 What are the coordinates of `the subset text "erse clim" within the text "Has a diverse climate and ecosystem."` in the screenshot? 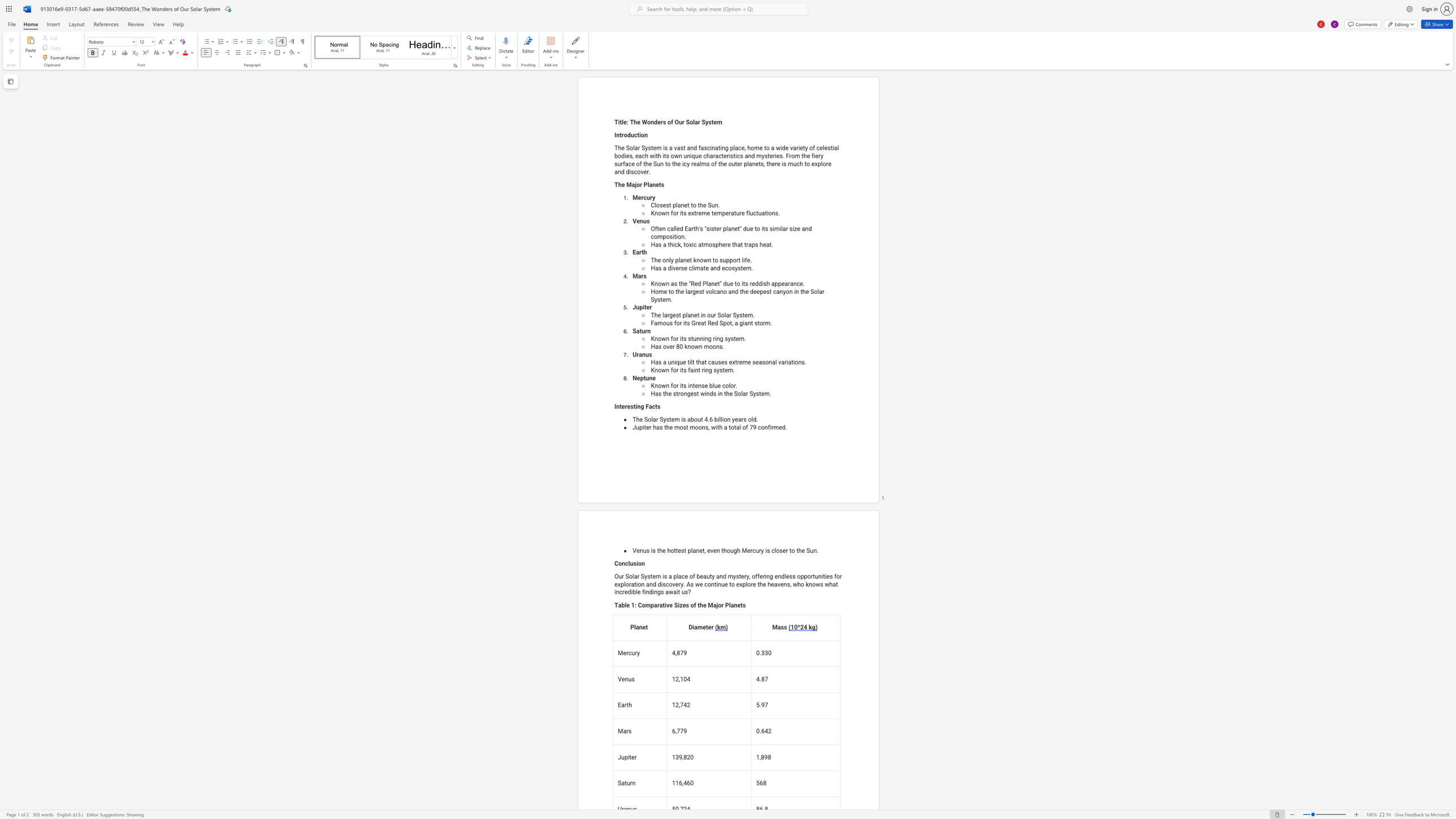 It's located at (675, 268).